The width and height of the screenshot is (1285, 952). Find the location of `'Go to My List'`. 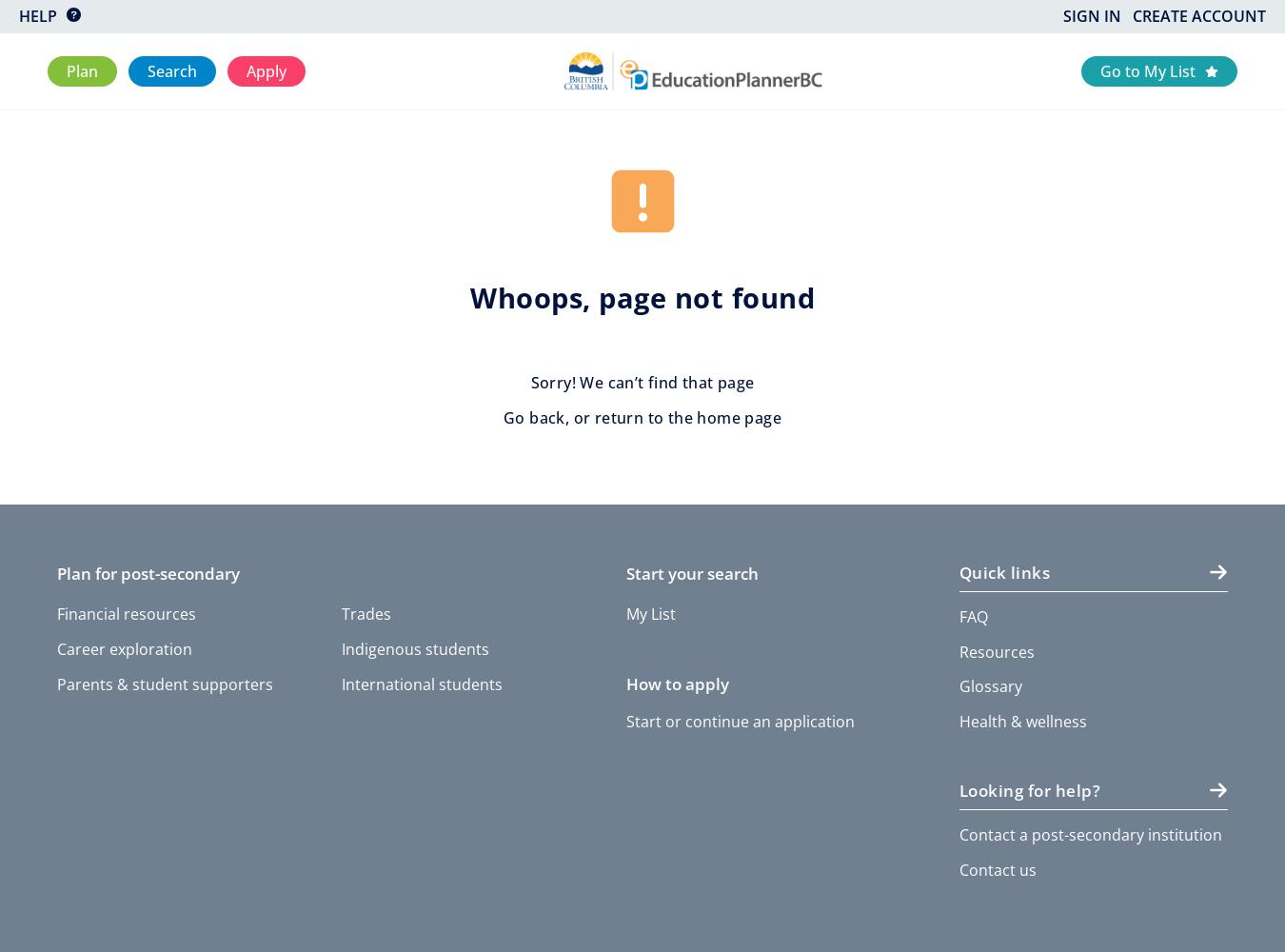

'Go to My List' is located at coordinates (1146, 69).